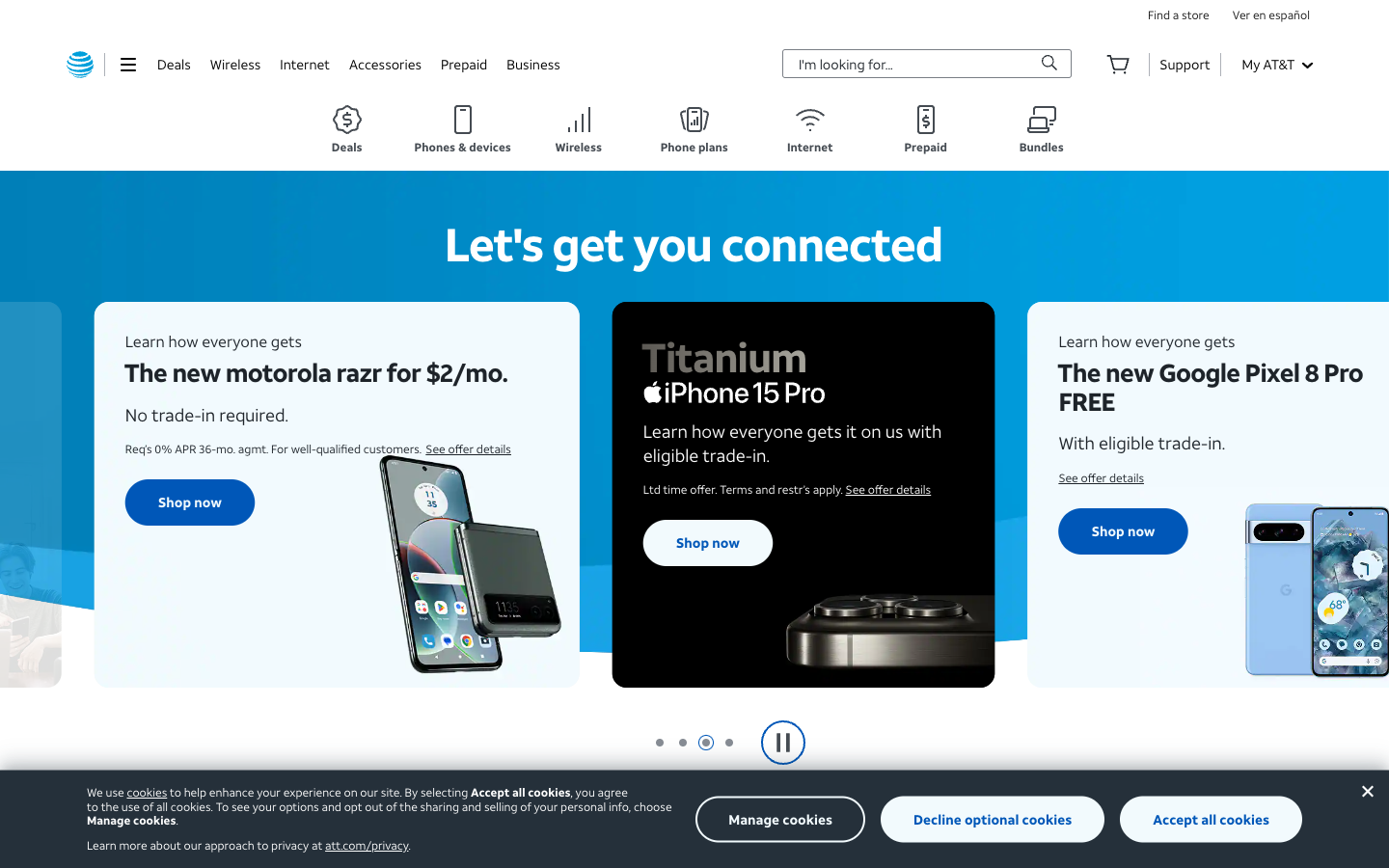  Describe the element at coordinates (1275, 63) in the screenshot. I see `the second feature of the My AT&T portal` at that location.